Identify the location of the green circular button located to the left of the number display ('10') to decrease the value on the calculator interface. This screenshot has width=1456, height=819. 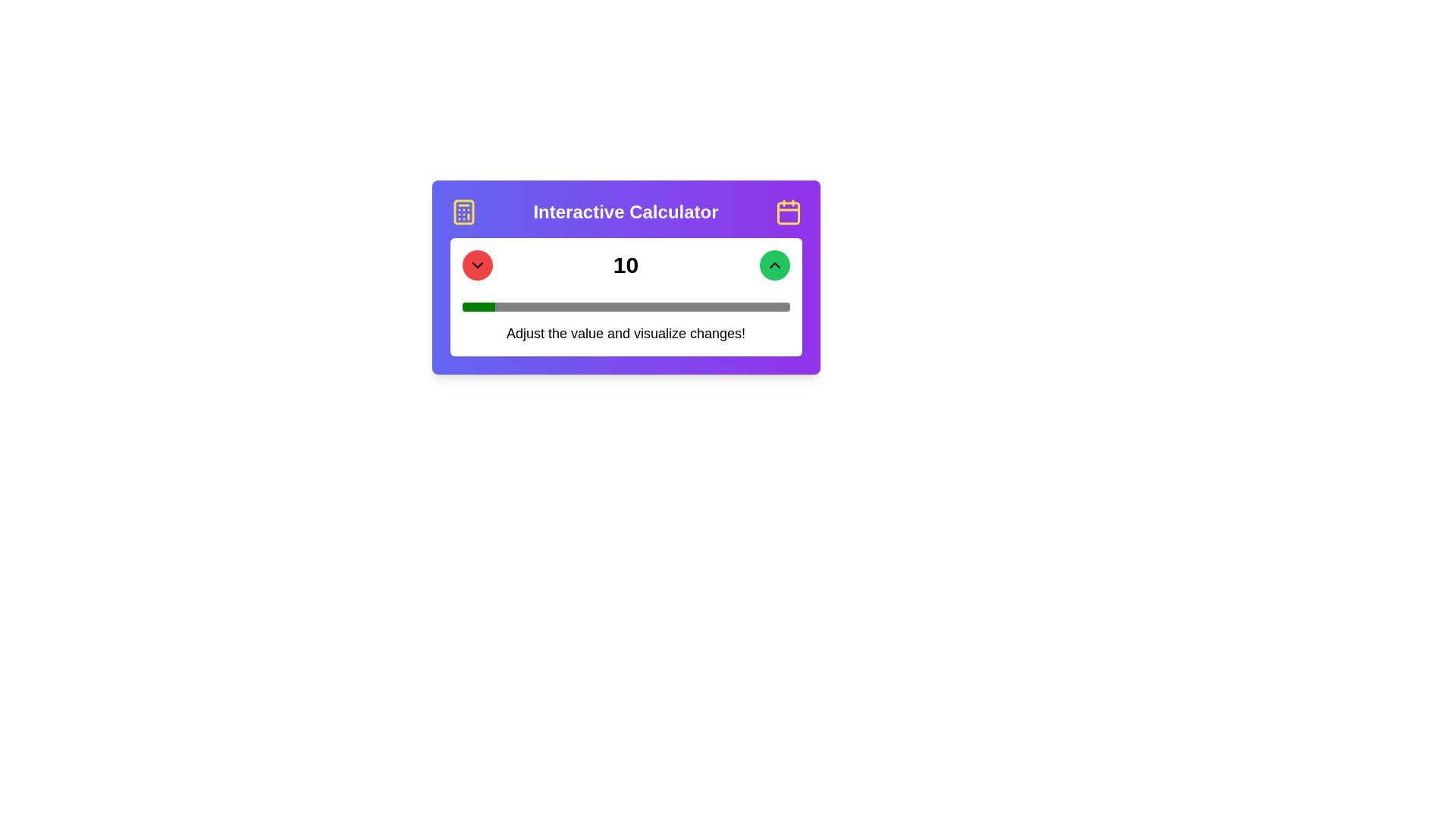
(476, 265).